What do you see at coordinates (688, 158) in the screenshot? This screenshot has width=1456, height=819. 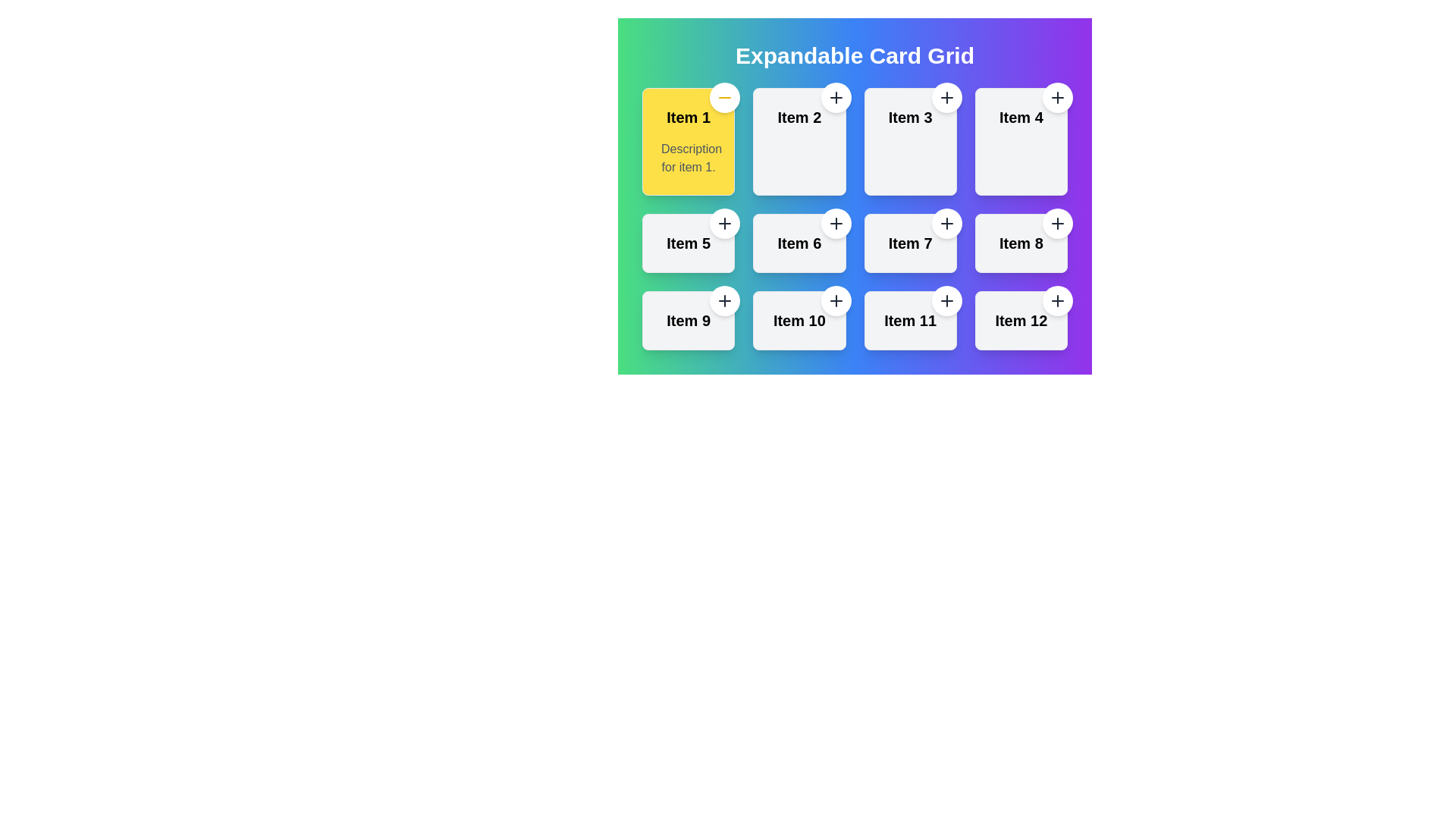 I see `the text label reading 'Description for item 1.' which is styled with a light gray font and located within the yellow background of the card labeled 'Item 1'` at bounding box center [688, 158].